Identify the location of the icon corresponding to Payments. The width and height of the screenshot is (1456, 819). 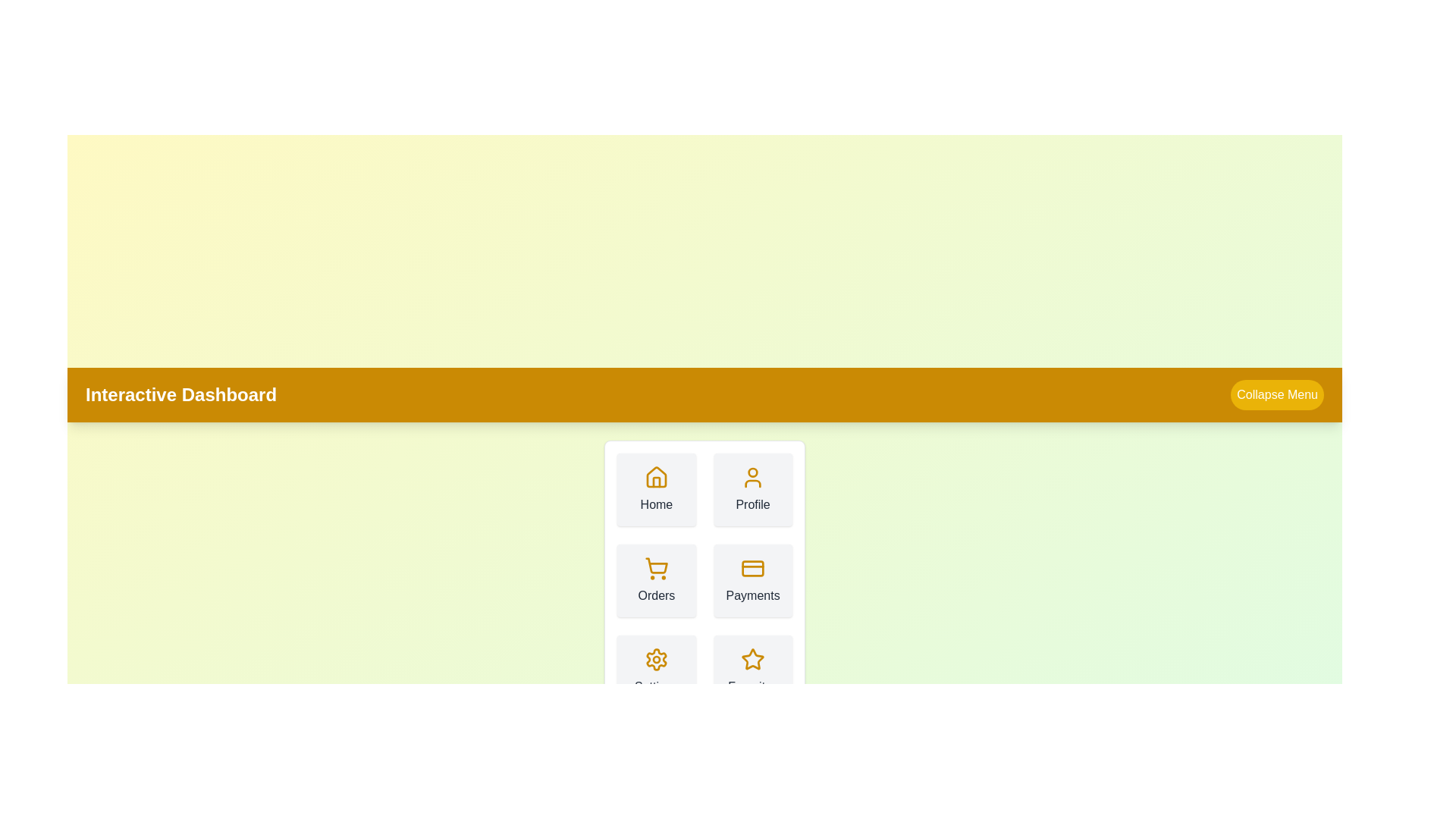
(753, 568).